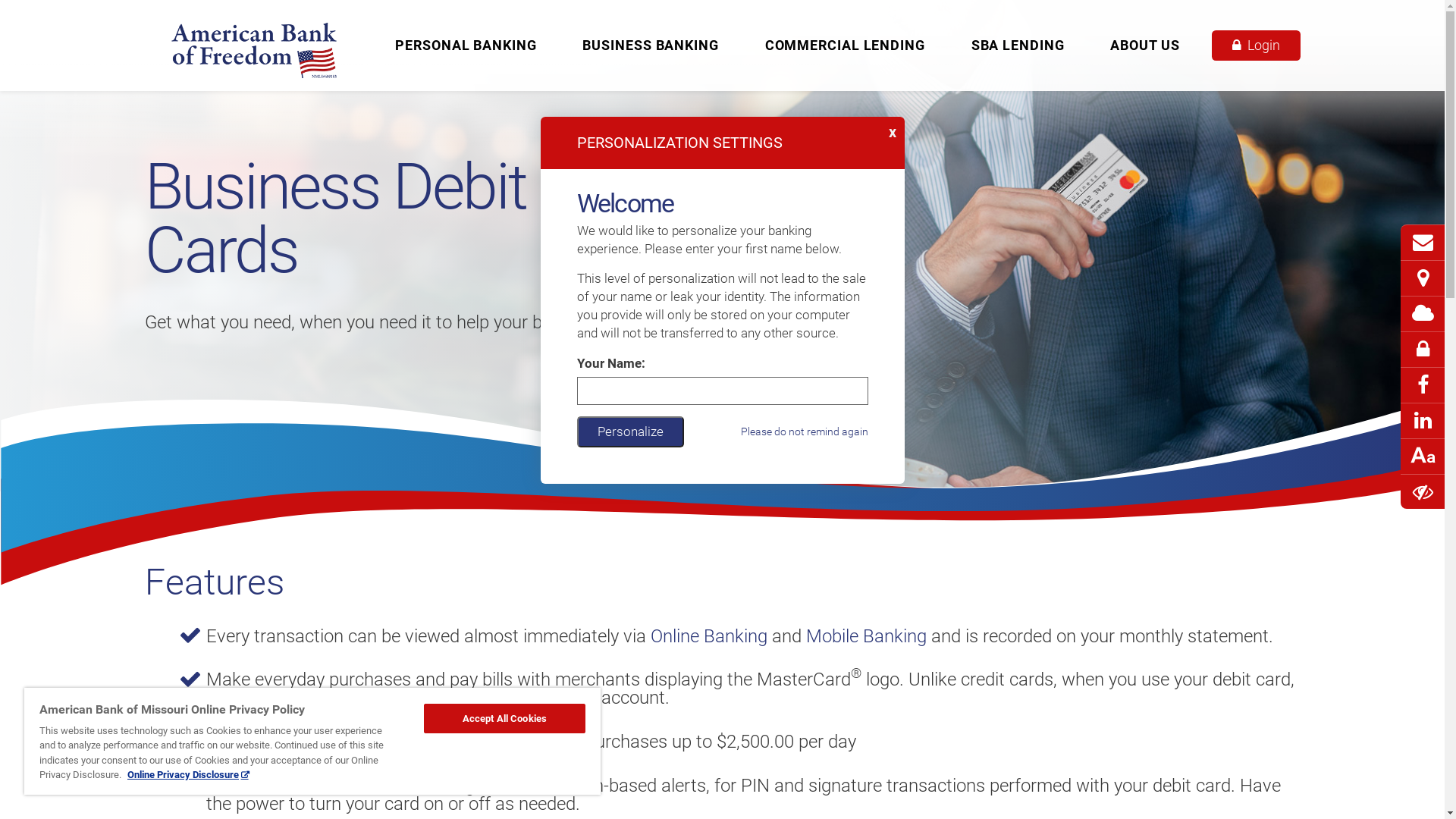 Image resolution: width=1456 pixels, height=819 pixels. I want to click on 'Locations', so click(1422, 278).